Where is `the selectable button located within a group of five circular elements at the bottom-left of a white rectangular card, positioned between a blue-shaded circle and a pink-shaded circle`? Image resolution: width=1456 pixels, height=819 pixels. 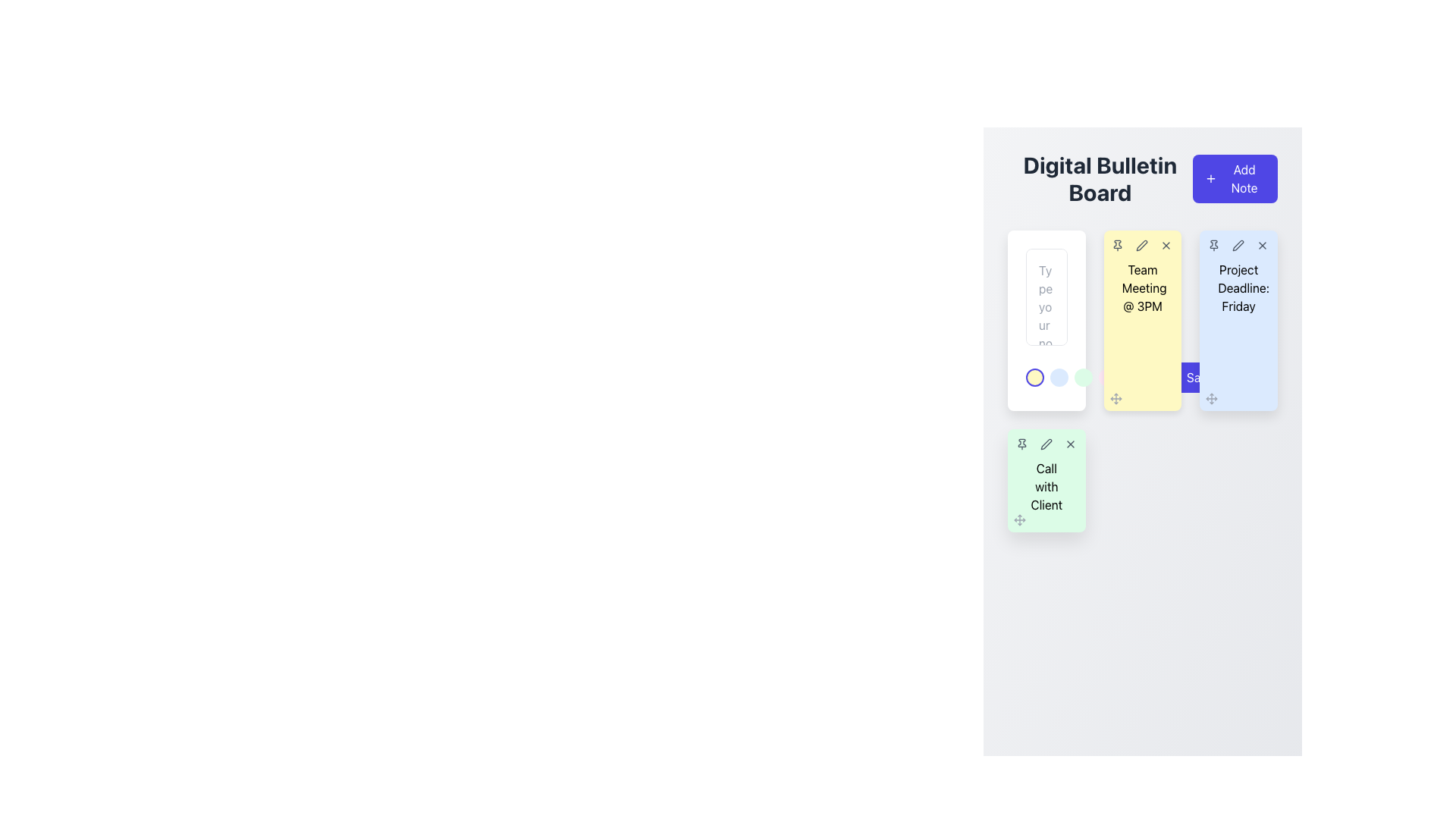
the selectable button located within a group of five circular elements at the bottom-left of a white rectangular card, positioned between a blue-shaded circle and a pink-shaded circle is located at coordinates (1083, 376).